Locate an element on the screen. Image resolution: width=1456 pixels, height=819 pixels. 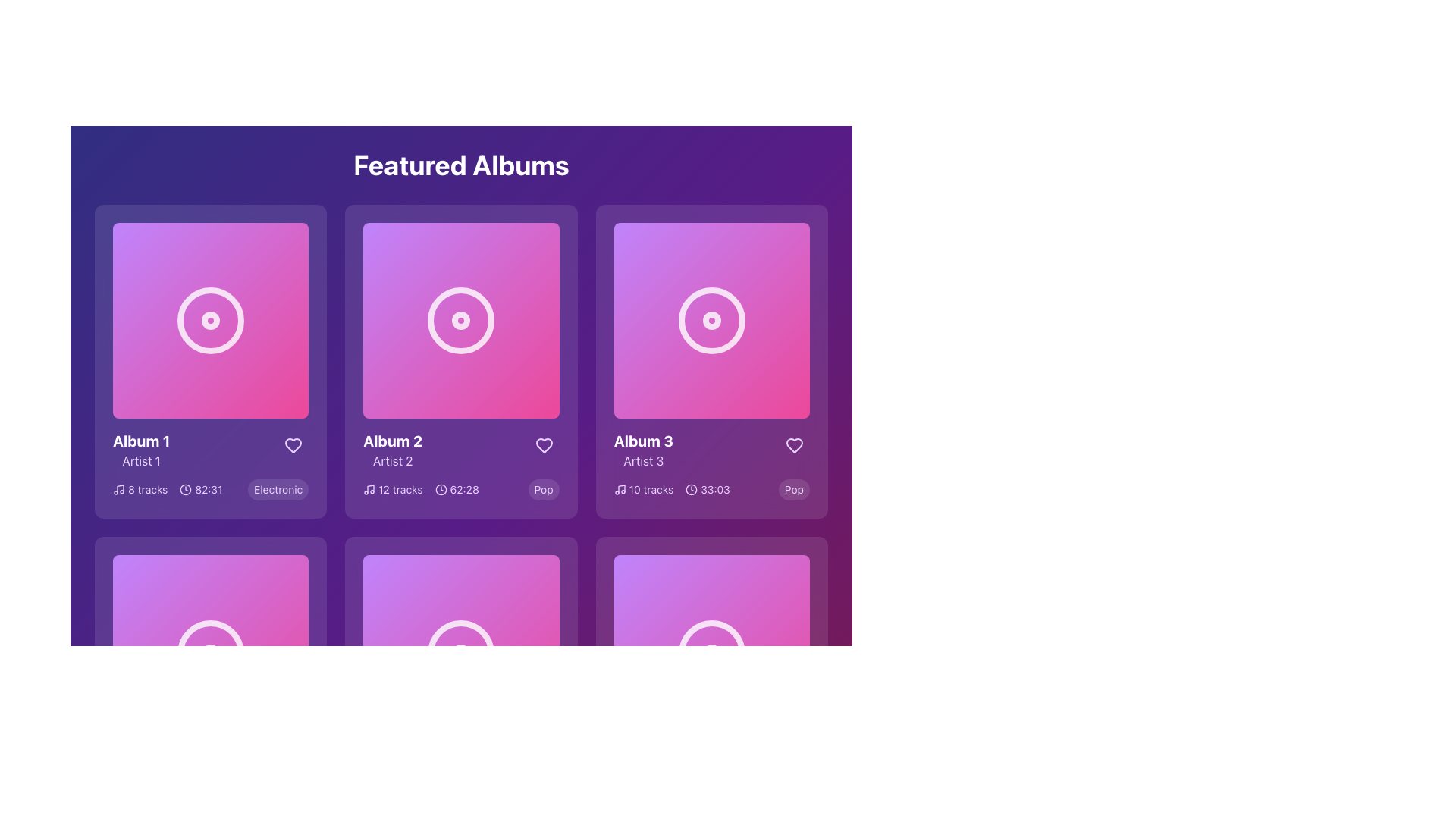
the 'Electronic' genre tag text label located in the bottom right corner of the 'Album 1' card, positioned below the track count and duration text, and next to the heart icon is located at coordinates (278, 490).